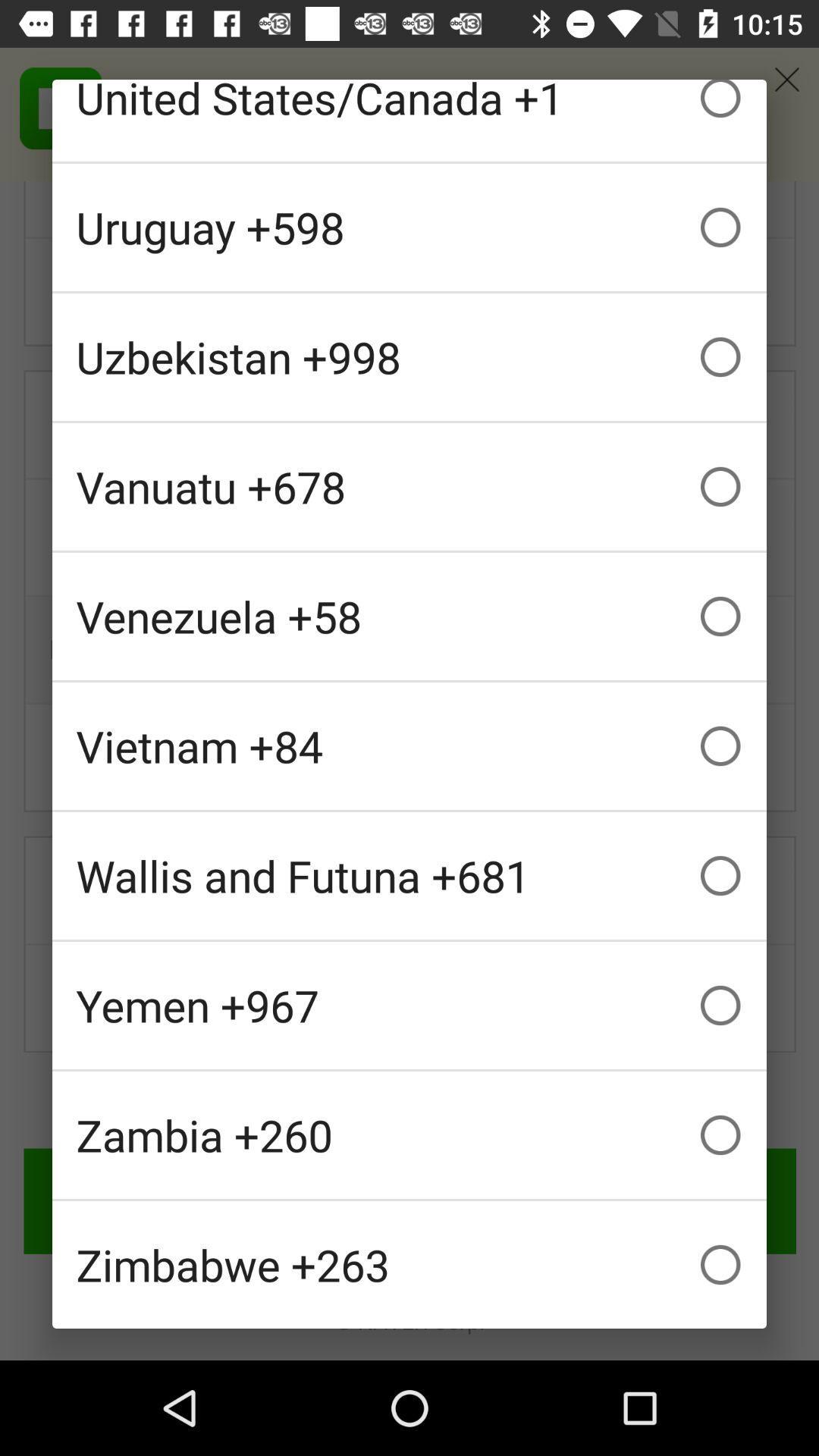 Image resolution: width=819 pixels, height=1456 pixels. Describe the element at coordinates (409, 226) in the screenshot. I see `uruguay +598 icon` at that location.